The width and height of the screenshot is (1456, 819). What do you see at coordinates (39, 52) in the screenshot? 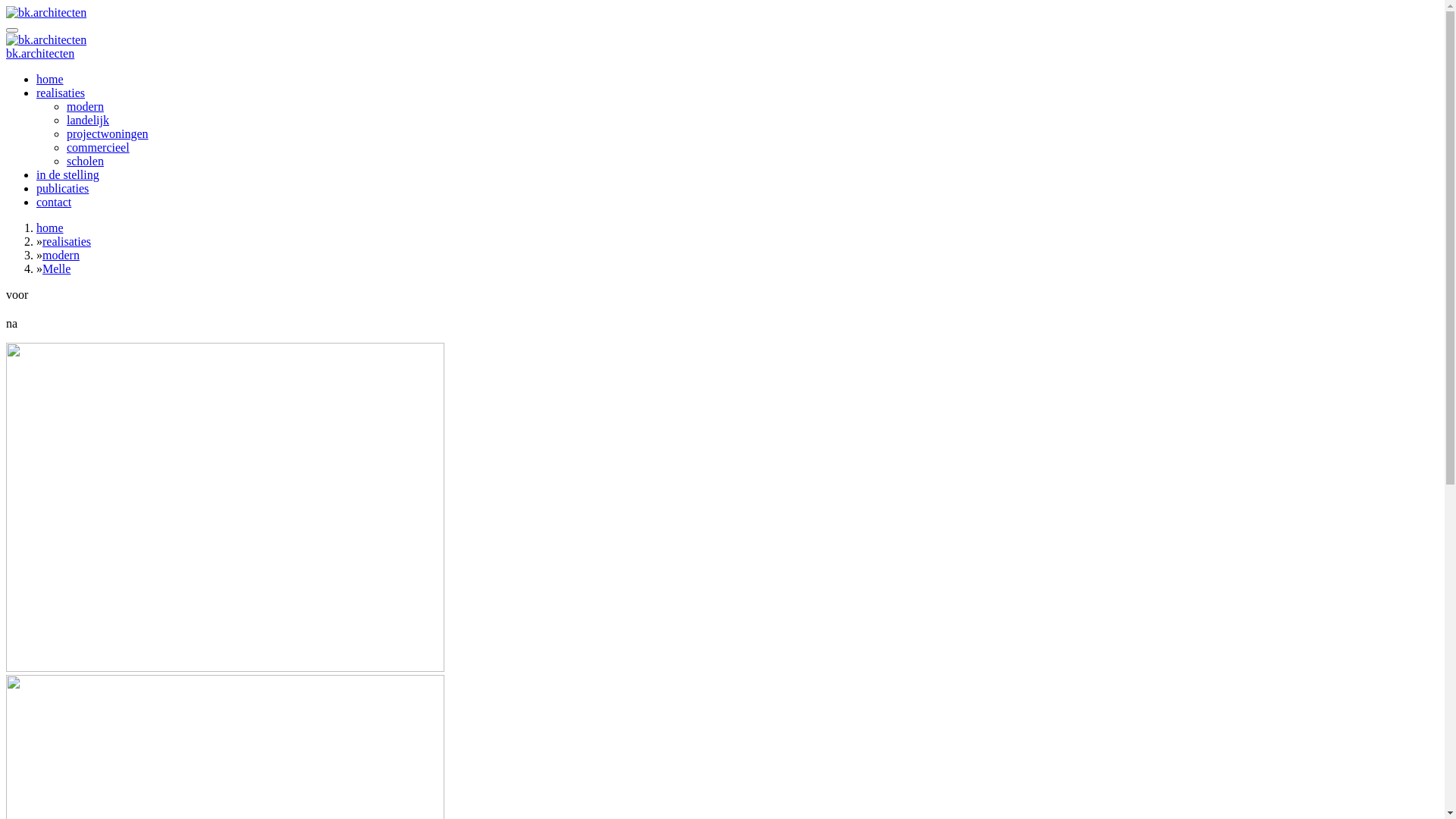
I see `'bk.architecten'` at bounding box center [39, 52].